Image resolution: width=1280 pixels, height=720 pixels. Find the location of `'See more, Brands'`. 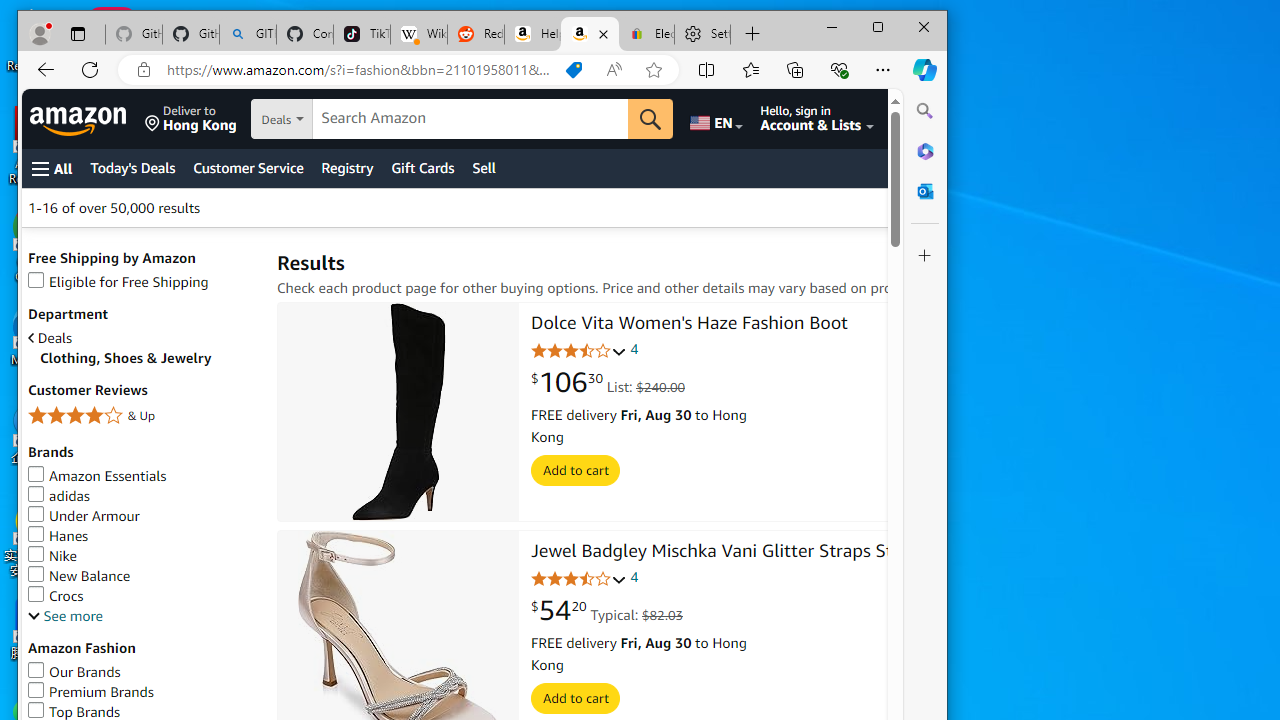

'See more, Brands' is located at coordinates (65, 615).